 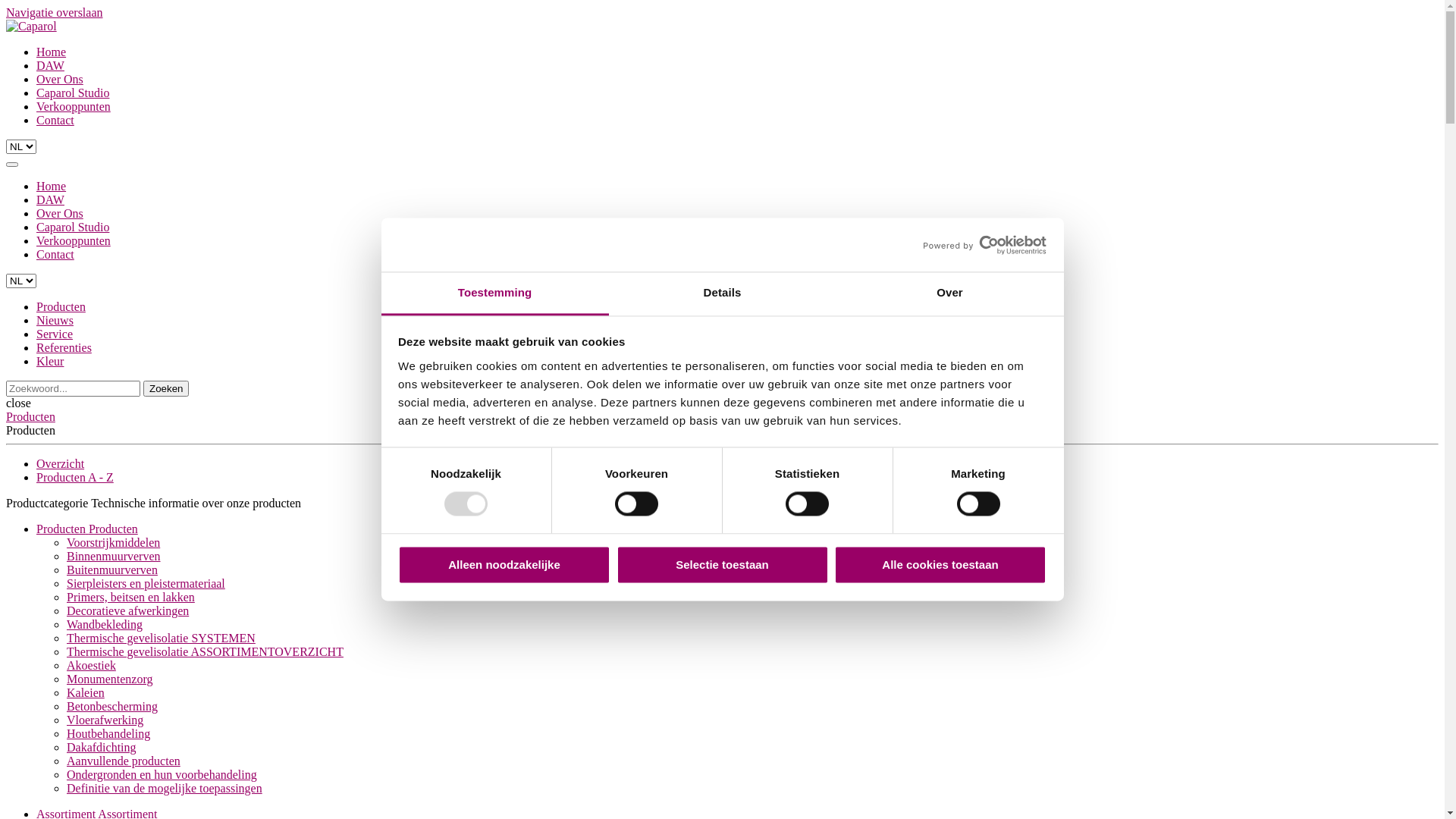 What do you see at coordinates (59, 79) in the screenshot?
I see `'Over Ons'` at bounding box center [59, 79].